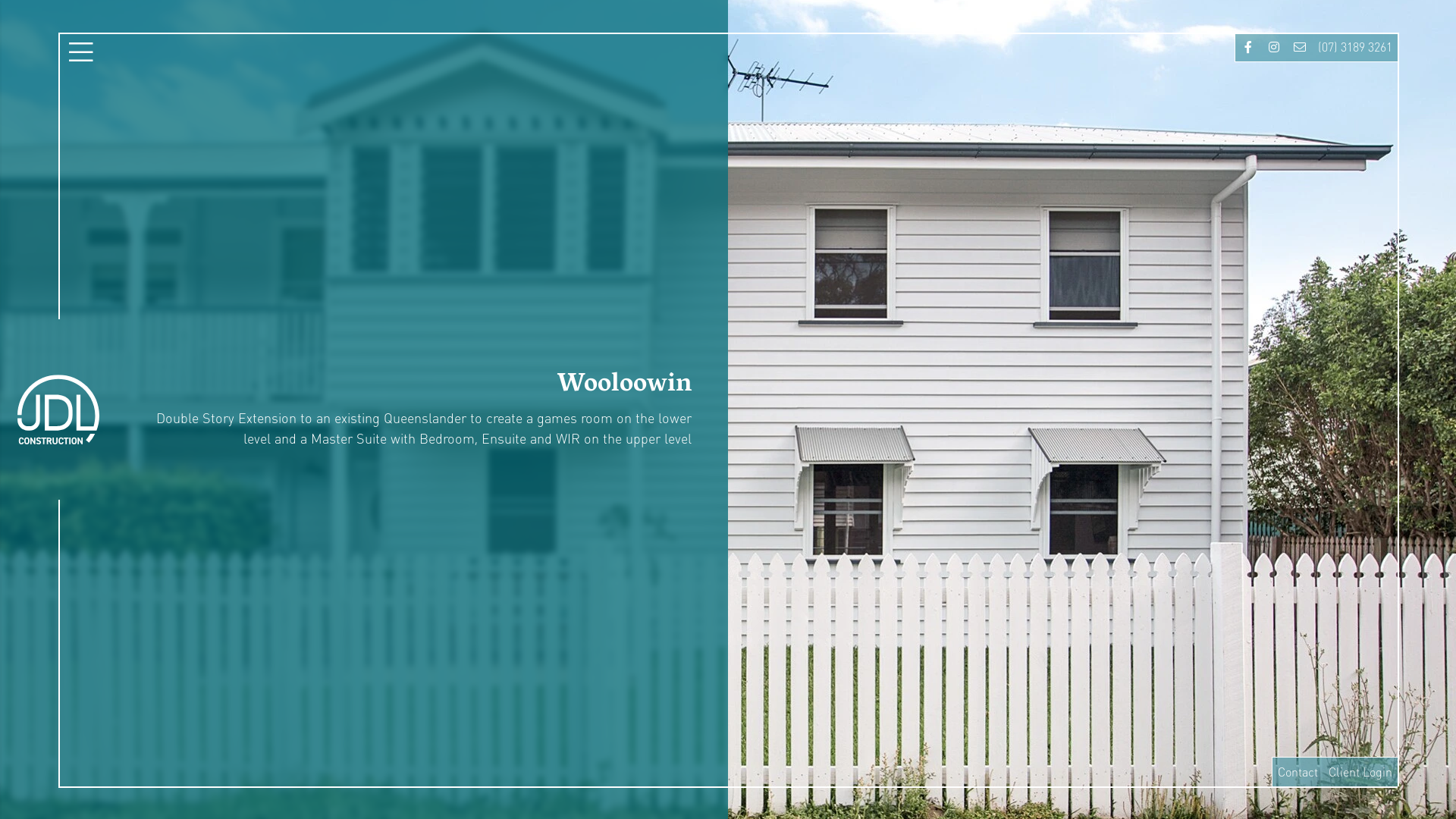 The width and height of the screenshot is (1456, 819). Describe the element at coordinates (1297, 772) in the screenshot. I see `'Contact'` at that location.